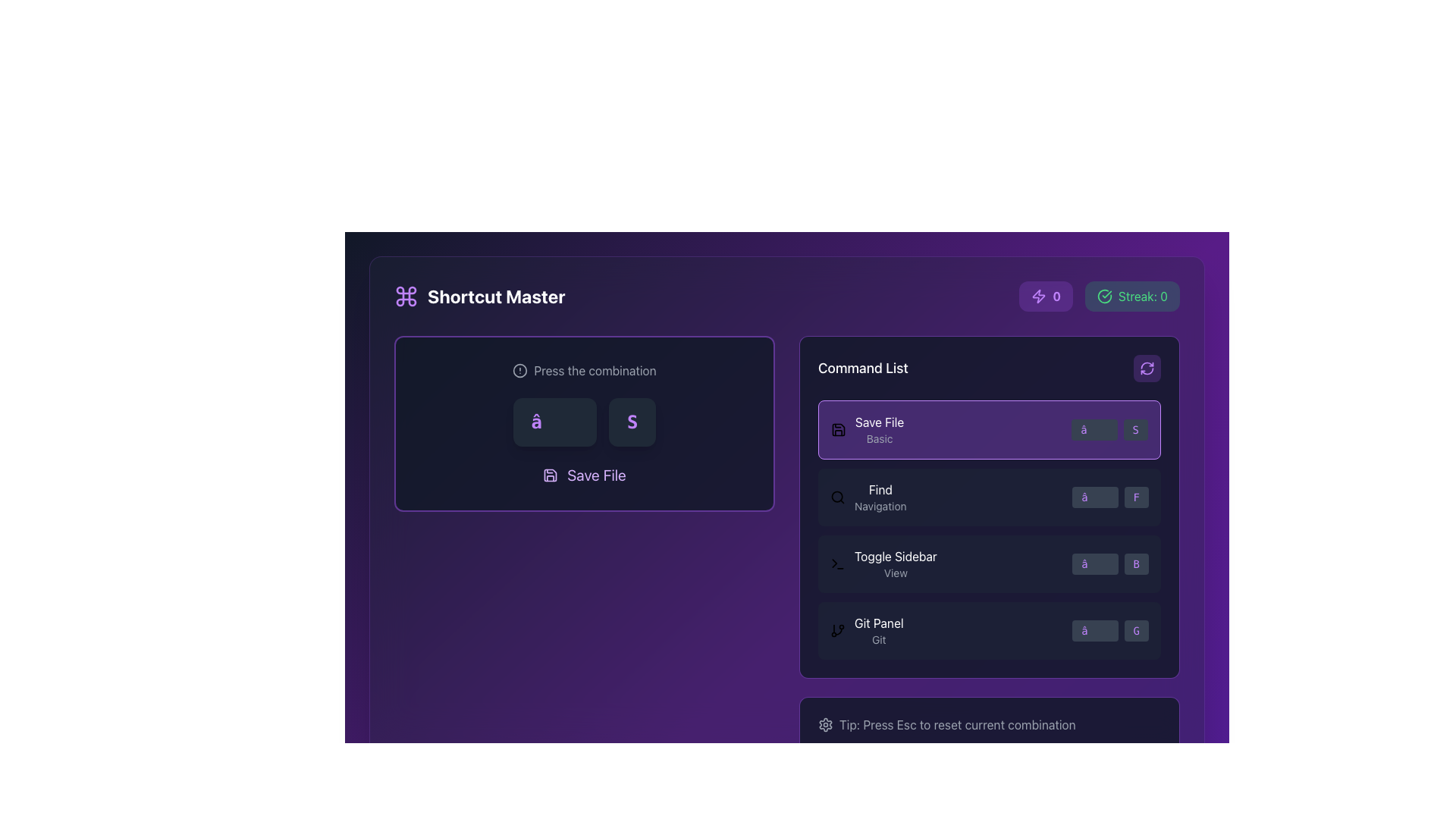 Image resolution: width=1456 pixels, height=819 pixels. Describe the element at coordinates (1095, 564) in the screenshot. I see `the text-based indicator or button located to the right of the 'Toggle Sidebar' text` at that location.